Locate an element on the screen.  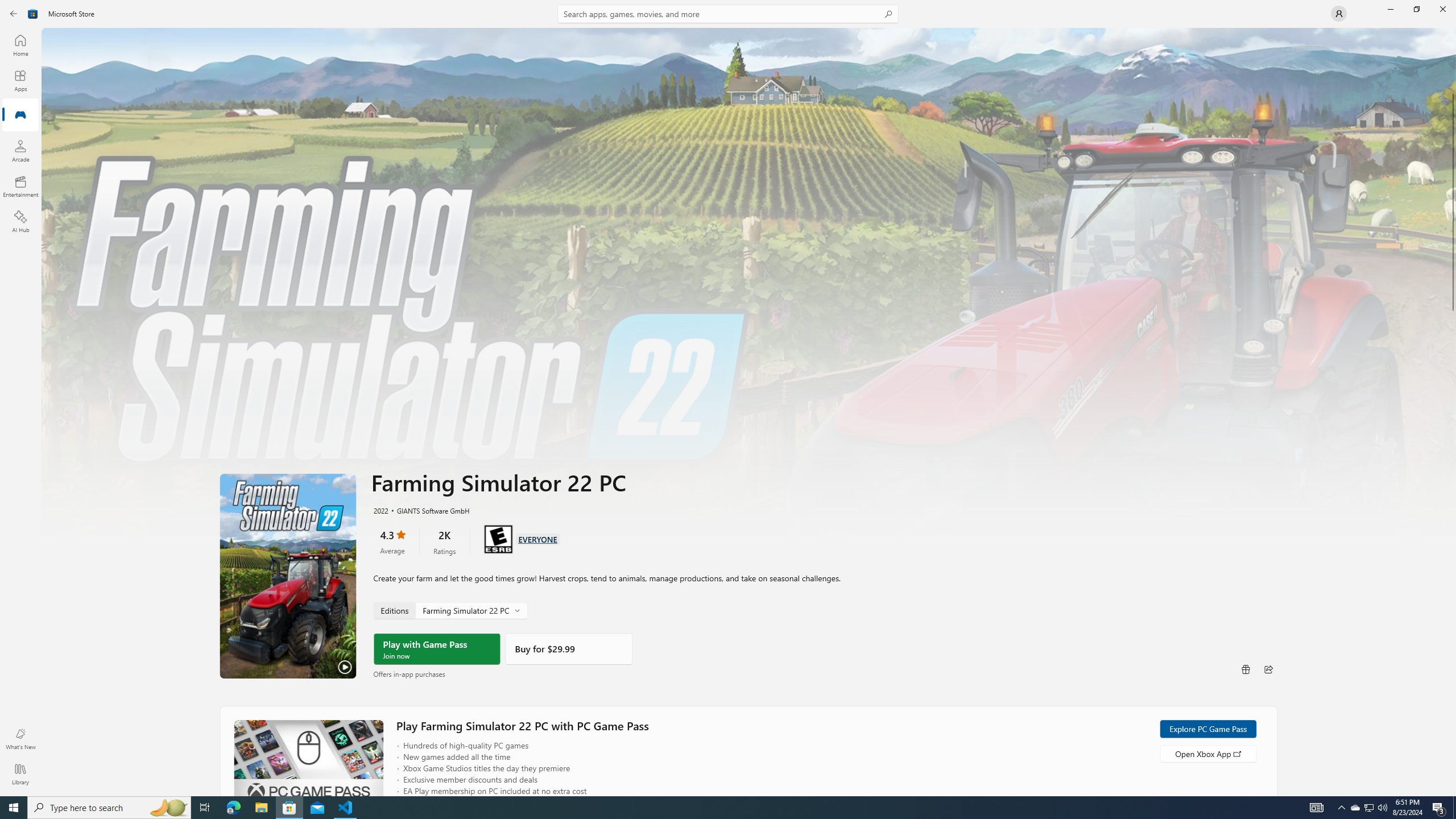
'Vertical Large Decrease' is located at coordinates (1451, 63).